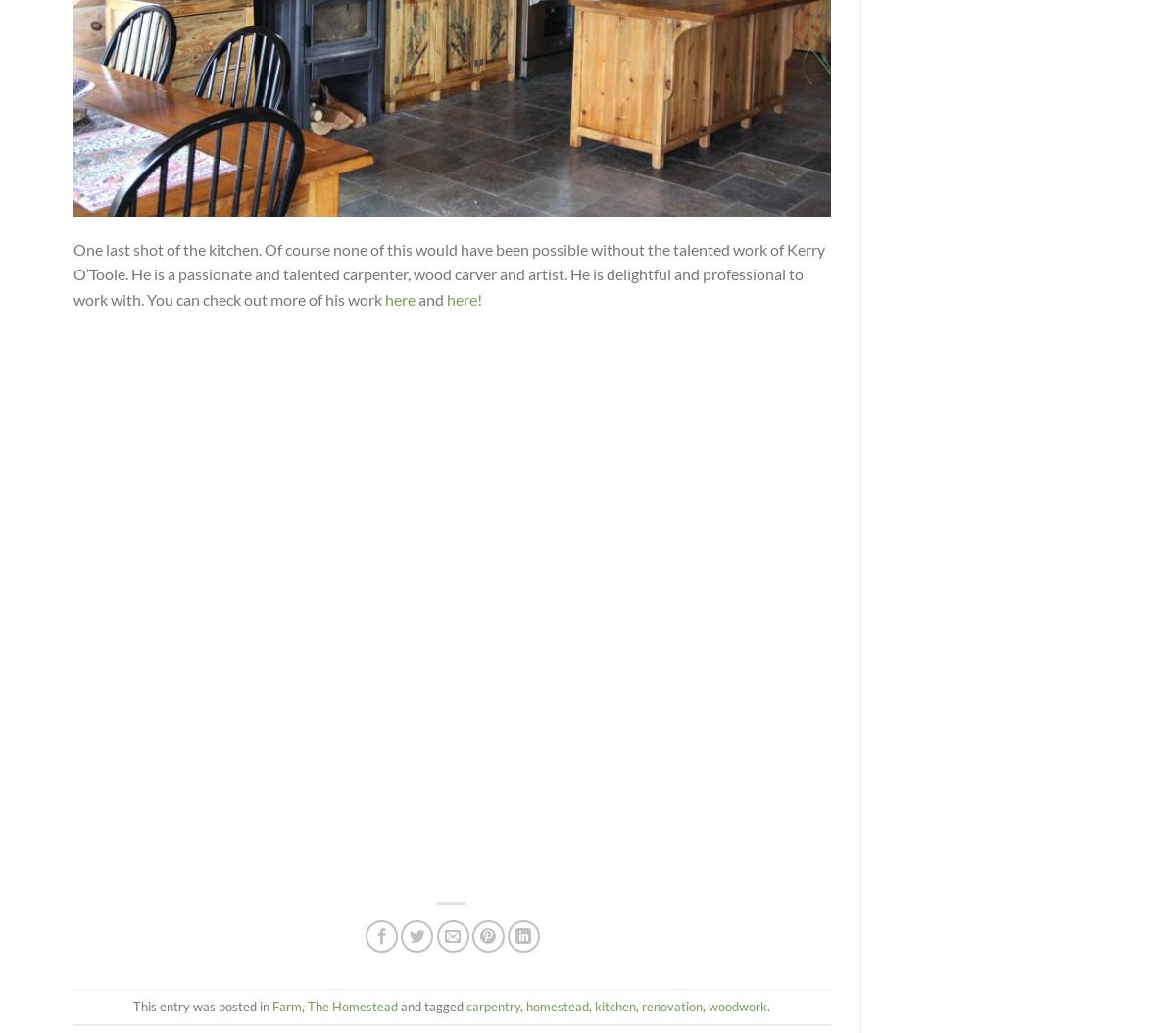 This screenshot has width=1176, height=1033. What do you see at coordinates (736, 1004) in the screenshot?
I see `'woodwork'` at bounding box center [736, 1004].